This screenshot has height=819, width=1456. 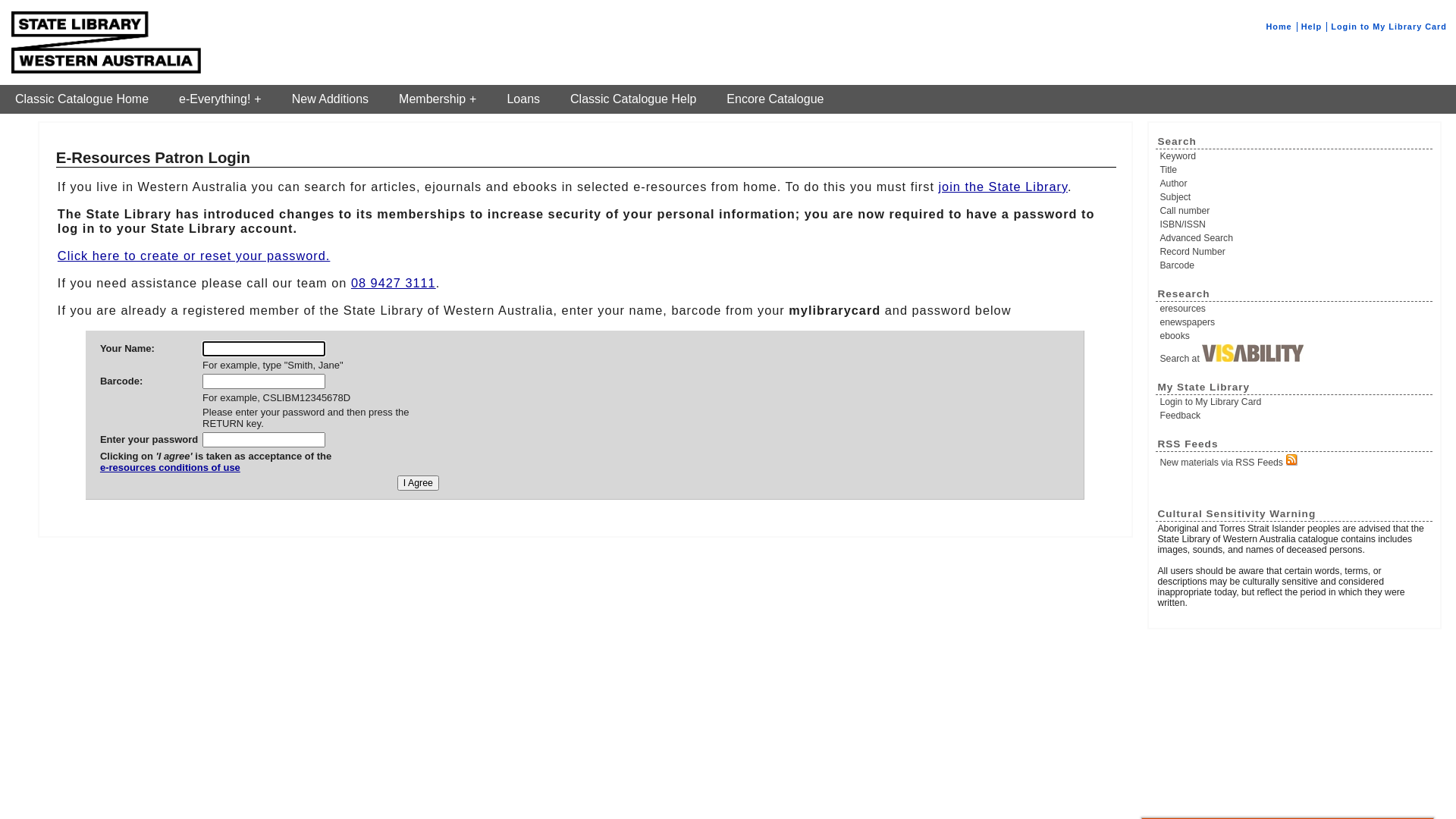 I want to click on 'join the State Library', so click(x=1002, y=186).